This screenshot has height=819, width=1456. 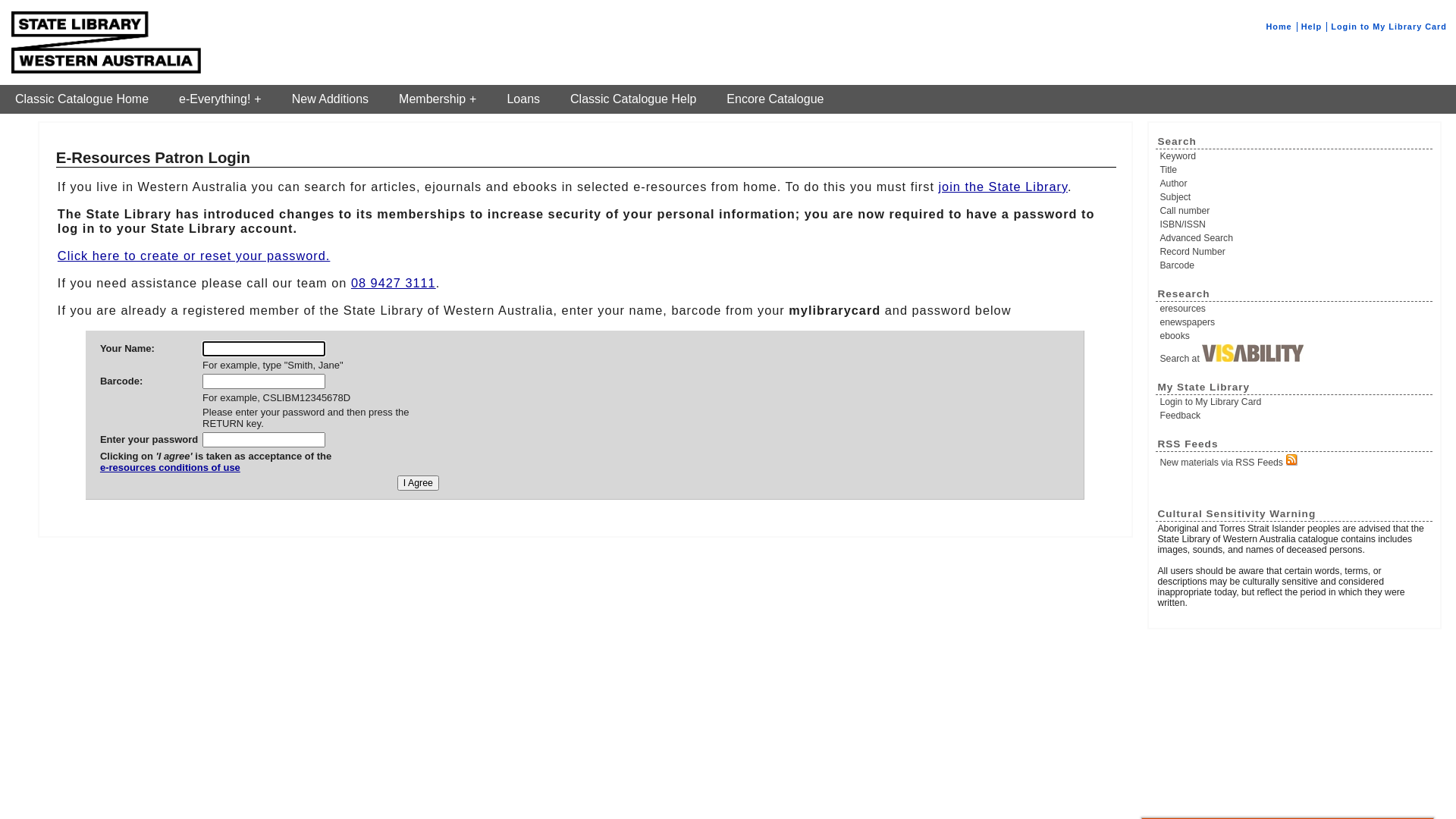 I want to click on 'join the State Library', so click(x=1002, y=186).